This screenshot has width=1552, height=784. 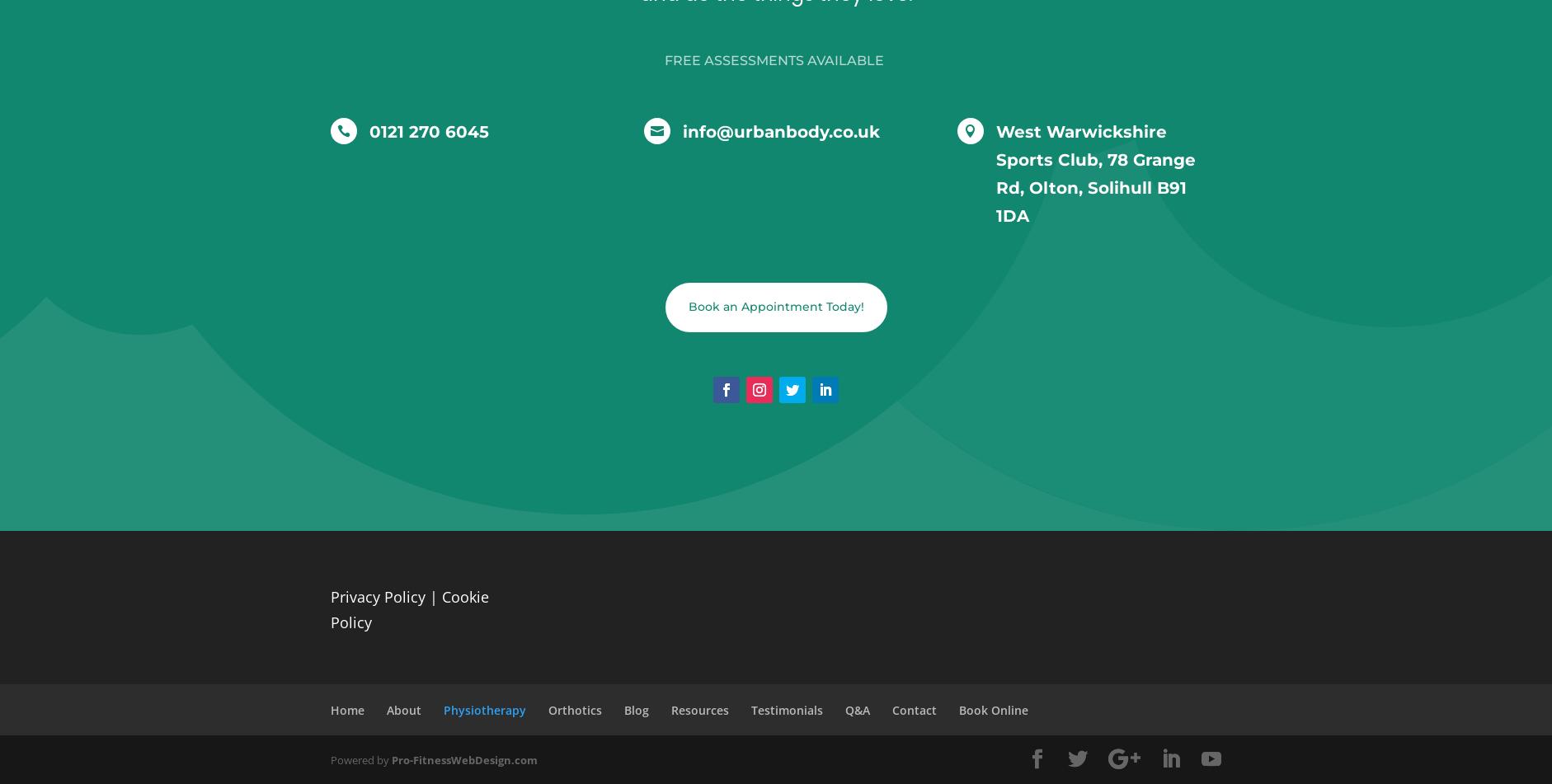 I want to click on 'Privacy Policy', so click(x=377, y=595).